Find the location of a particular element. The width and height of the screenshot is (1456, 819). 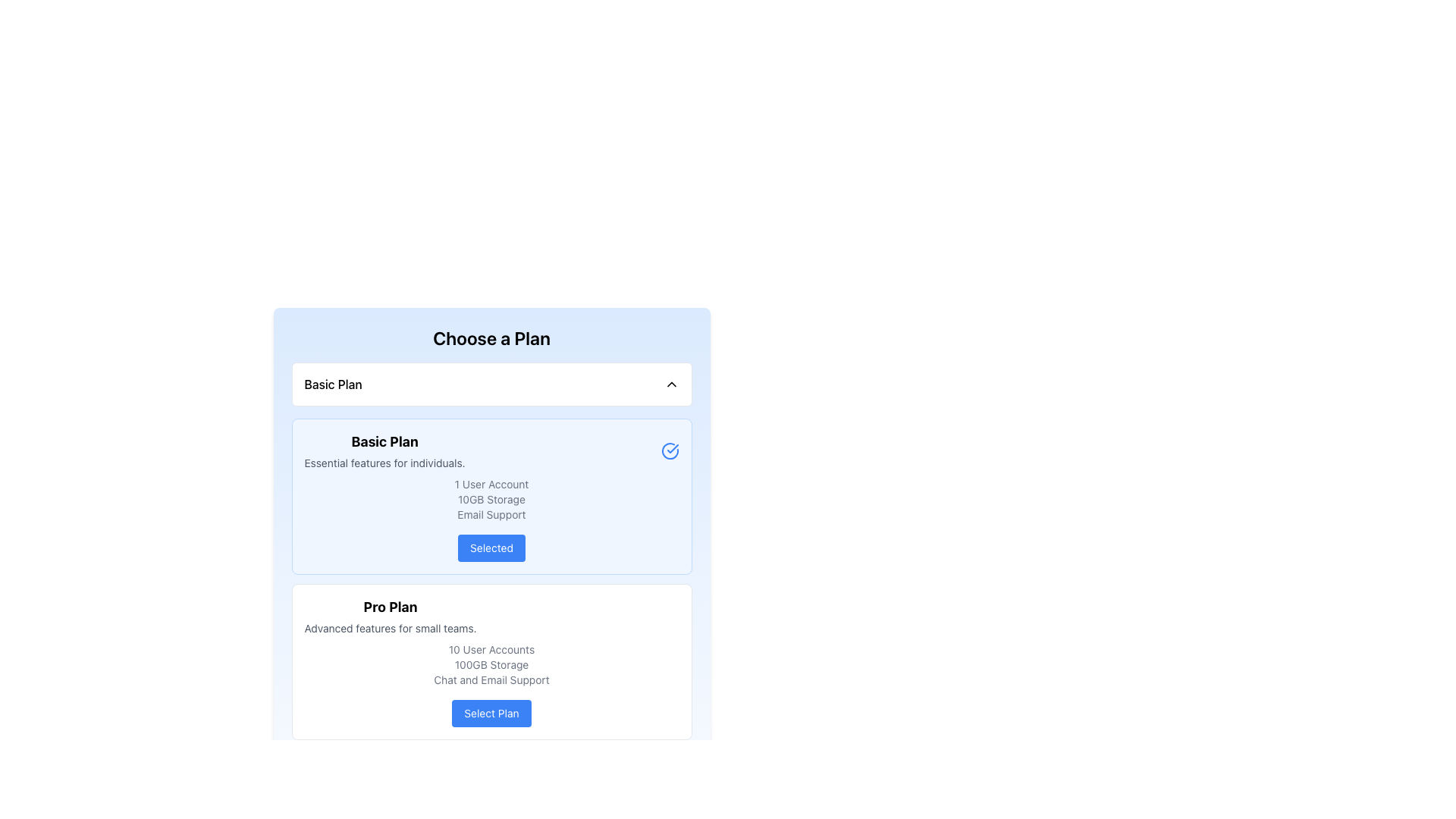

the 'Selected' button with a bright blue background located at the bottom of the 'Basic Plan' card to confirm is located at coordinates (491, 548).